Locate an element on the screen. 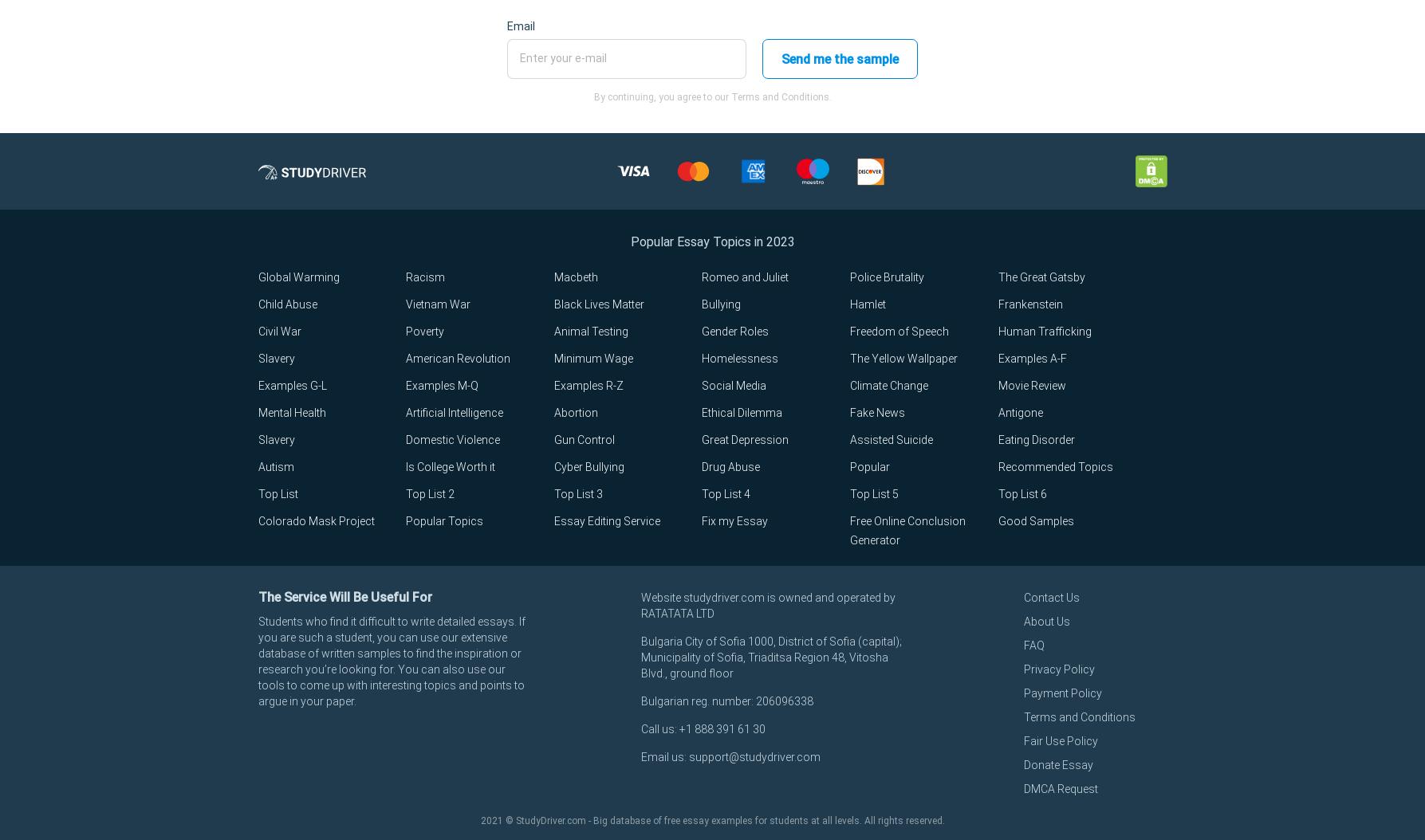  'American Revolution' is located at coordinates (457, 358).